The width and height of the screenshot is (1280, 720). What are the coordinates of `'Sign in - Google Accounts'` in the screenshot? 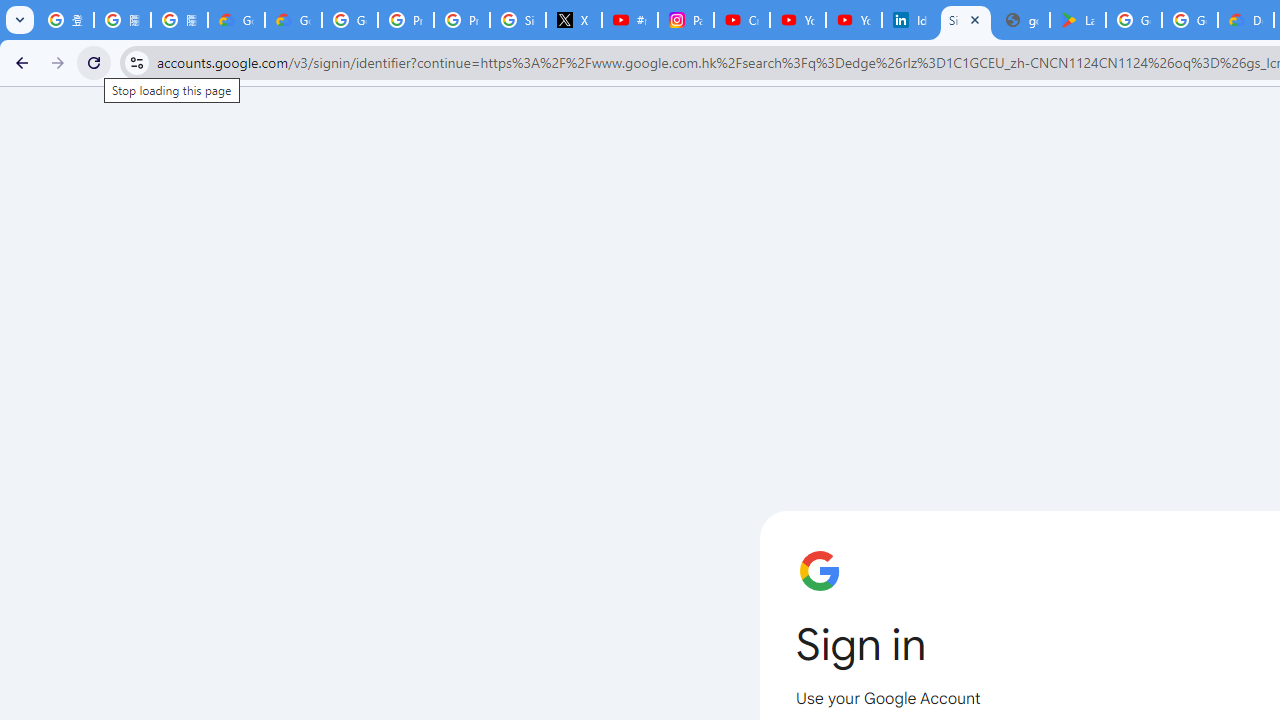 It's located at (966, 20).